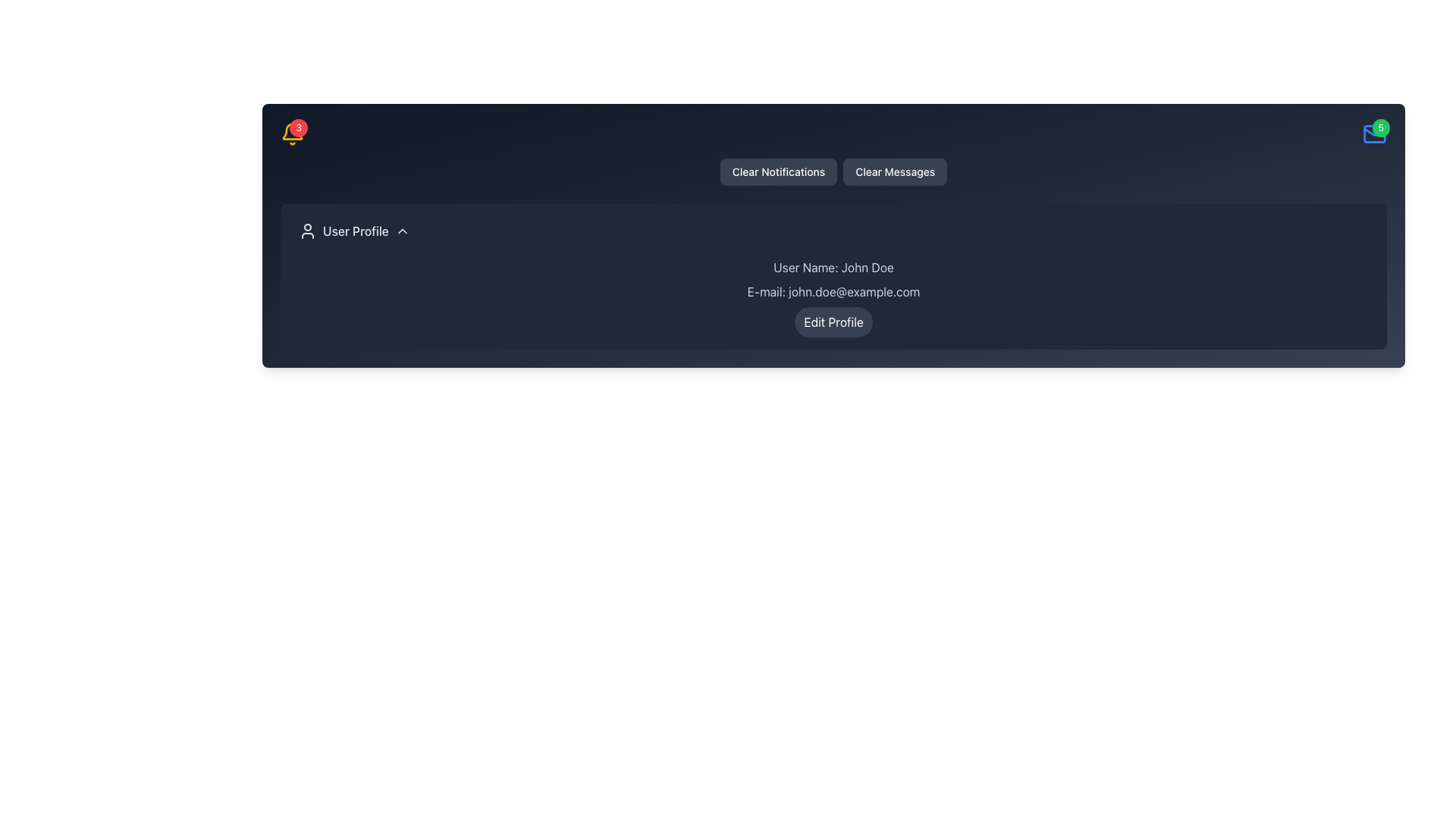 Image resolution: width=1456 pixels, height=819 pixels. I want to click on the 'Clear Messages' button located to the right of the 'Clear Notifications' button at the top of the profile page, so click(895, 171).